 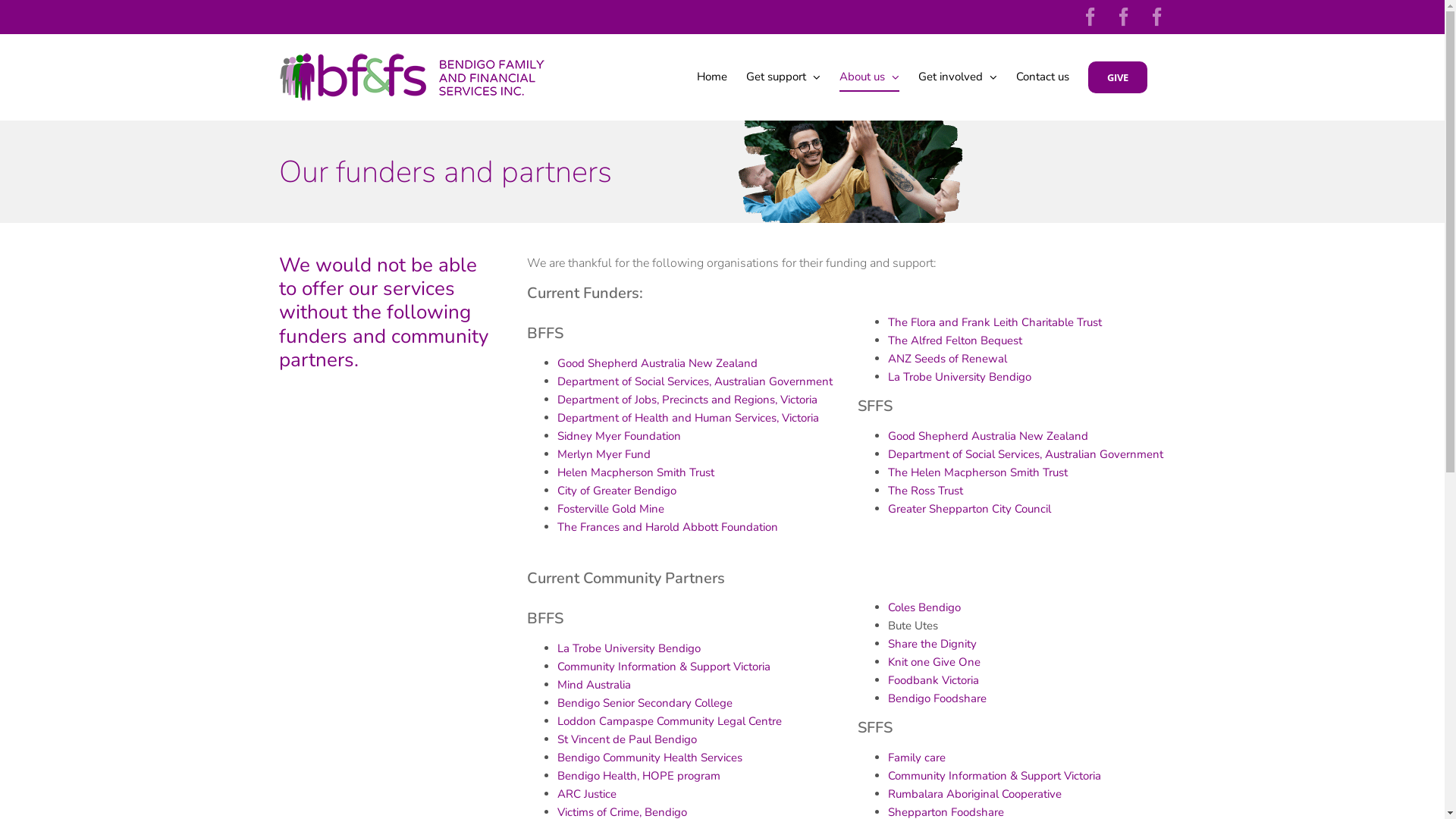 What do you see at coordinates (924, 491) in the screenshot?
I see `'The Ross Trust'` at bounding box center [924, 491].